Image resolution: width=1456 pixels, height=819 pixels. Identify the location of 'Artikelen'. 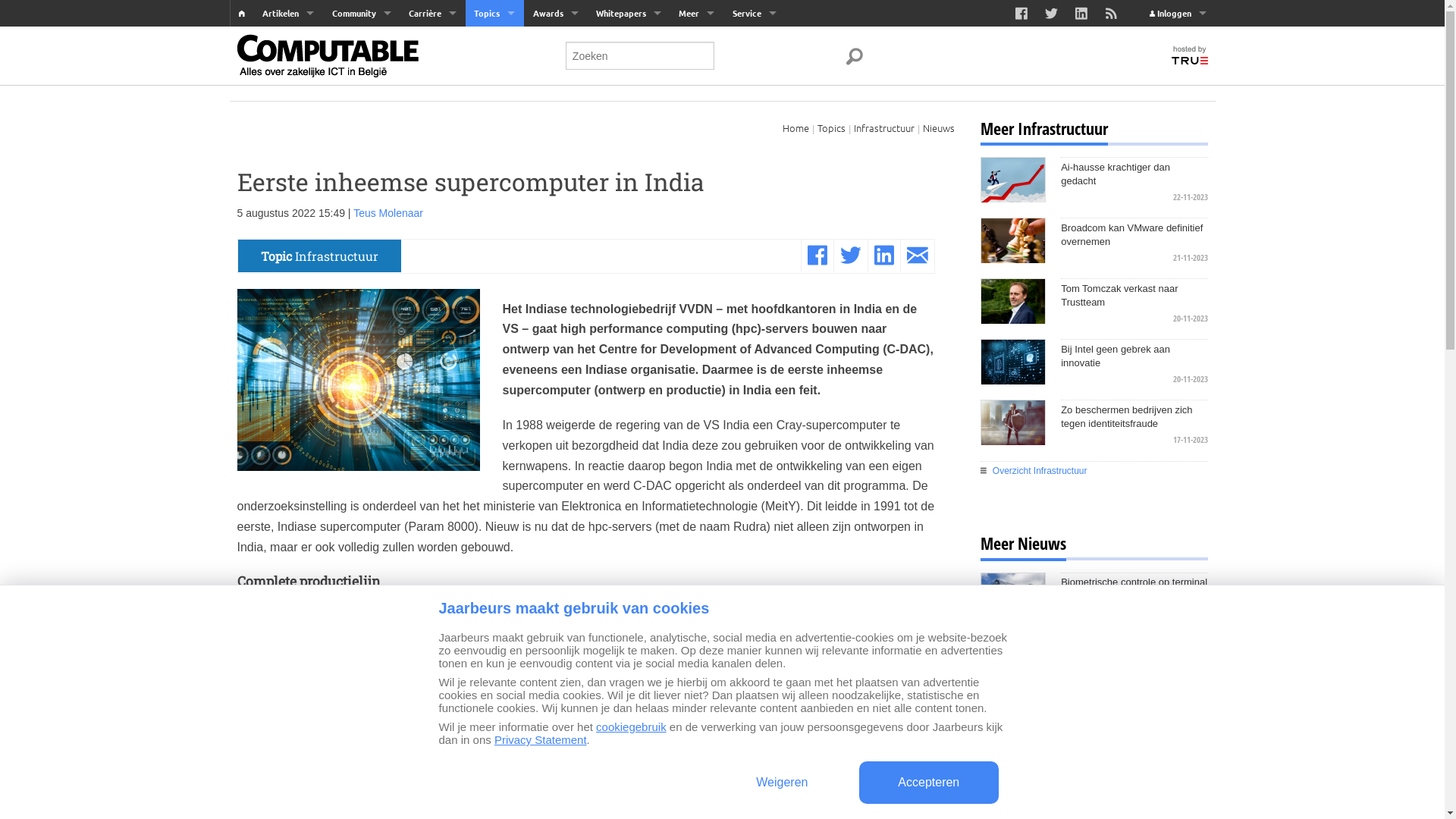
(288, 13).